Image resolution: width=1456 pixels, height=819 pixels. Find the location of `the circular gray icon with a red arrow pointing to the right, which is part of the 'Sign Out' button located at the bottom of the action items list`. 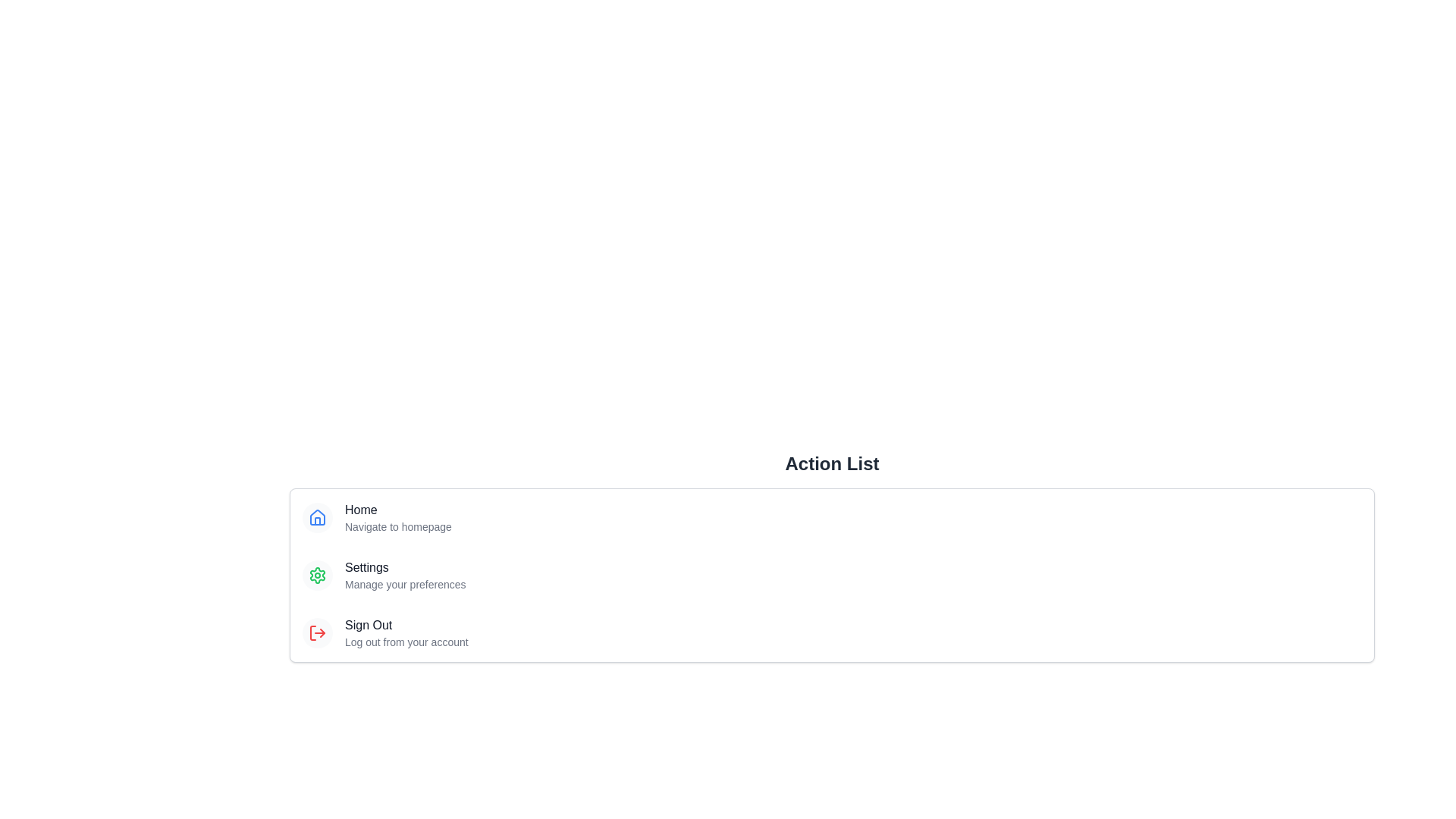

the circular gray icon with a red arrow pointing to the right, which is part of the 'Sign Out' button located at the bottom of the action items list is located at coordinates (316, 632).